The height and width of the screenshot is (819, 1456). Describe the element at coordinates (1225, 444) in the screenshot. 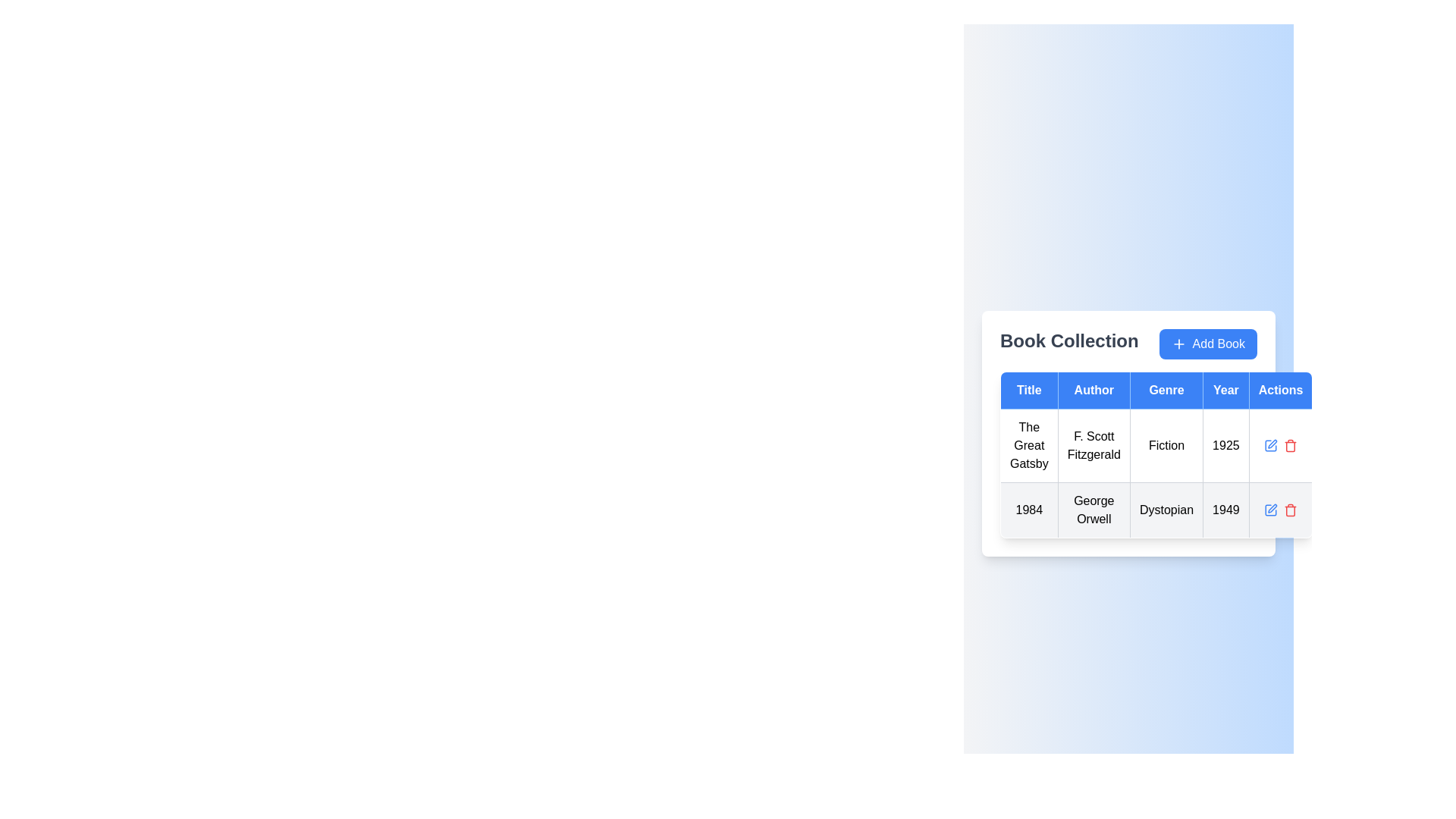

I see `the text display cell showing '1925' in the fourth column labeled 'Year' of the first row in the 'Book Collection' table` at that location.